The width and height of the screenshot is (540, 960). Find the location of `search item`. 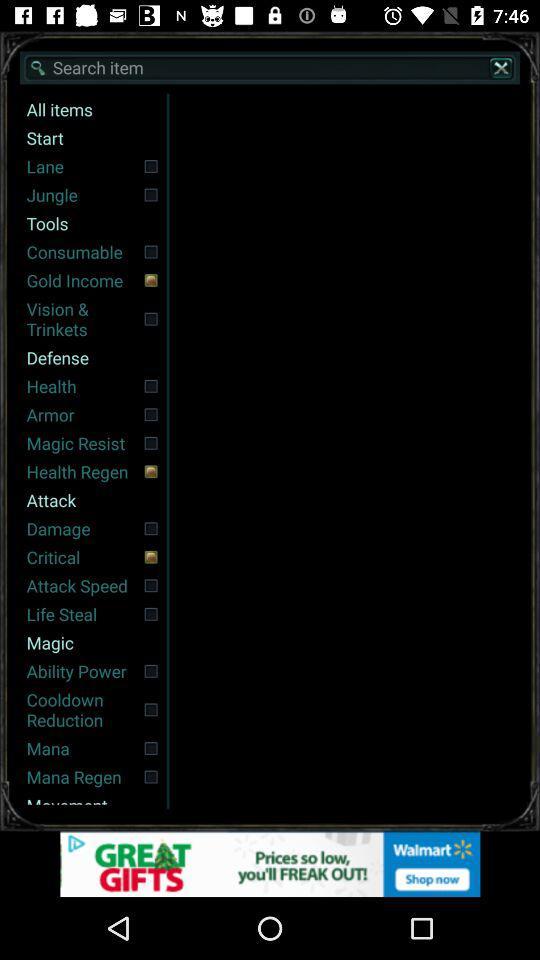

search item is located at coordinates (270, 67).